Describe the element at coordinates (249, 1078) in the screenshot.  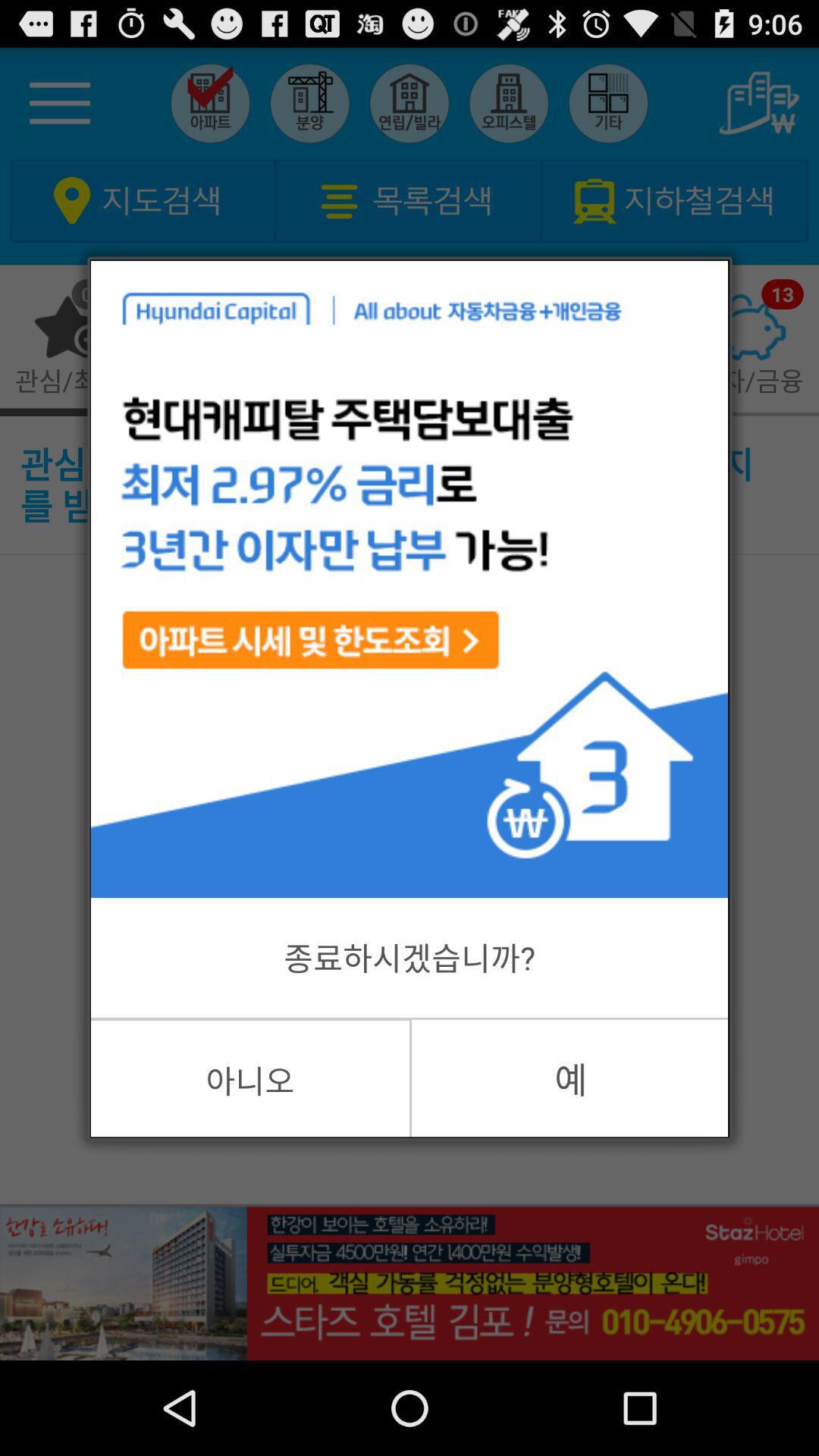
I see `icon at the bottom left corner` at that location.